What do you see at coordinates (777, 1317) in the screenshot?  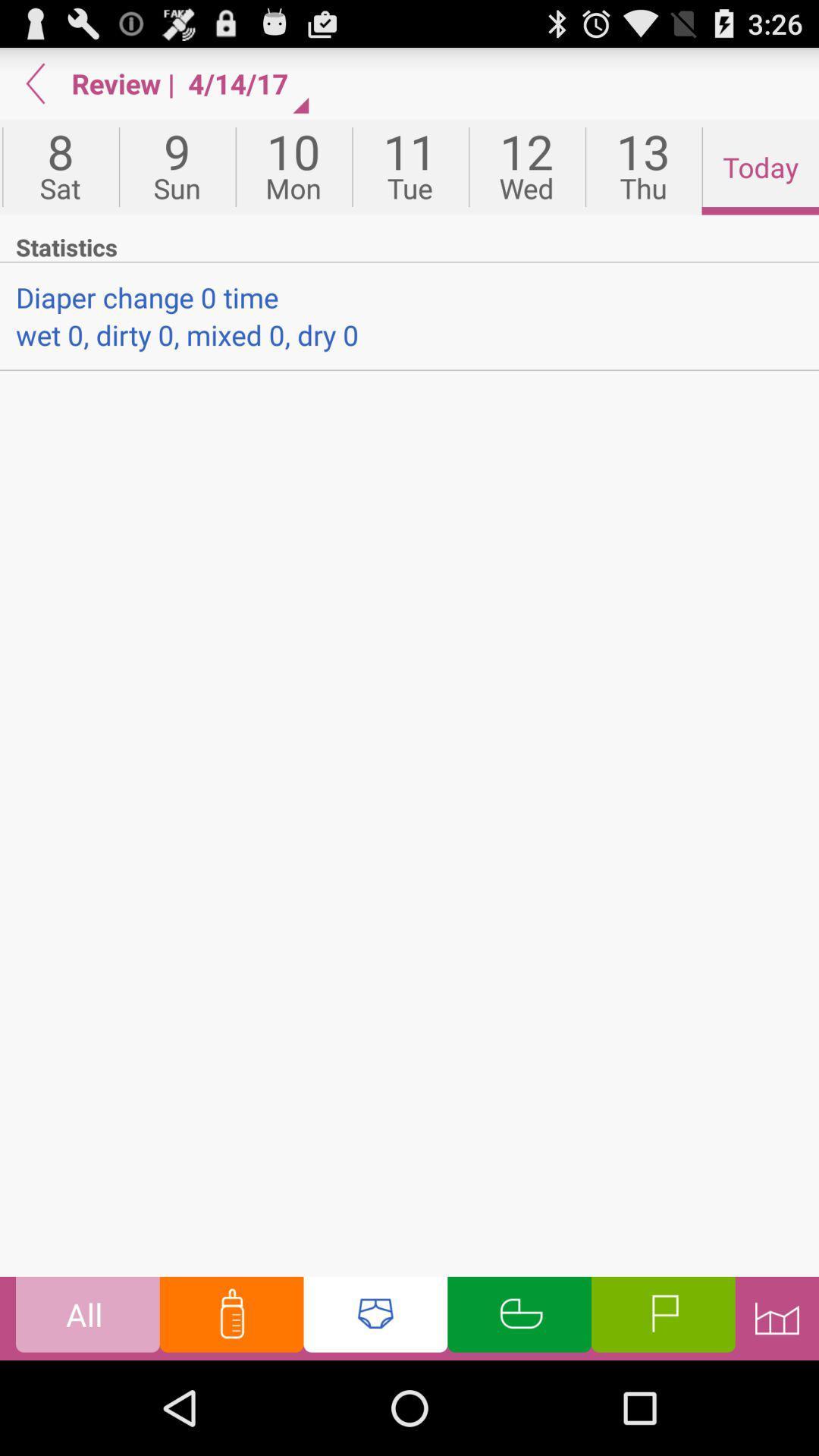 I see `chart option` at bounding box center [777, 1317].